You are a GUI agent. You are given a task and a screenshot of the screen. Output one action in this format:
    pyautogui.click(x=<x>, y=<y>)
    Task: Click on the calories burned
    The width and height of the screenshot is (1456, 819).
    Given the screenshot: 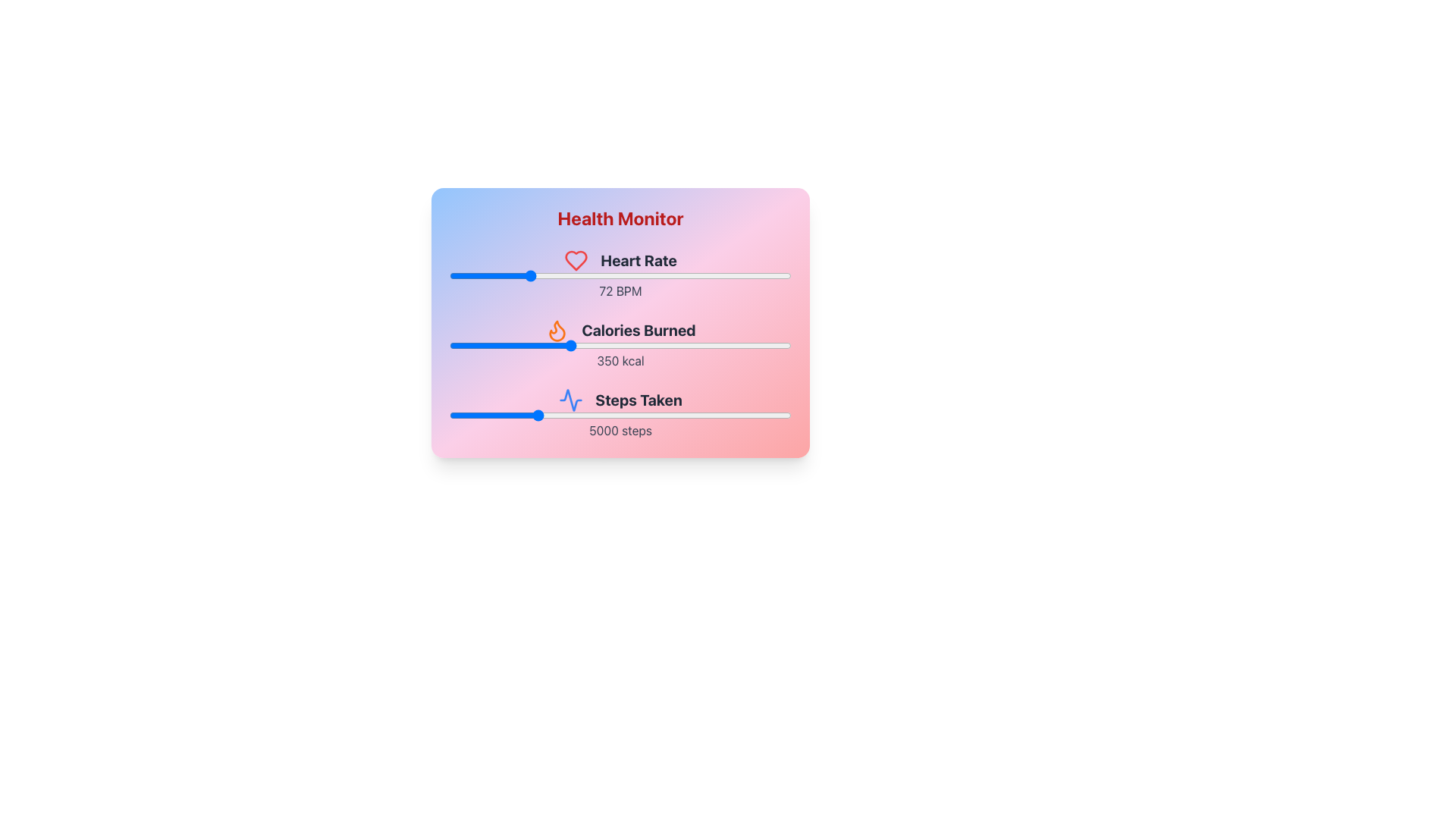 What is the action you would take?
    pyautogui.click(x=749, y=345)
    